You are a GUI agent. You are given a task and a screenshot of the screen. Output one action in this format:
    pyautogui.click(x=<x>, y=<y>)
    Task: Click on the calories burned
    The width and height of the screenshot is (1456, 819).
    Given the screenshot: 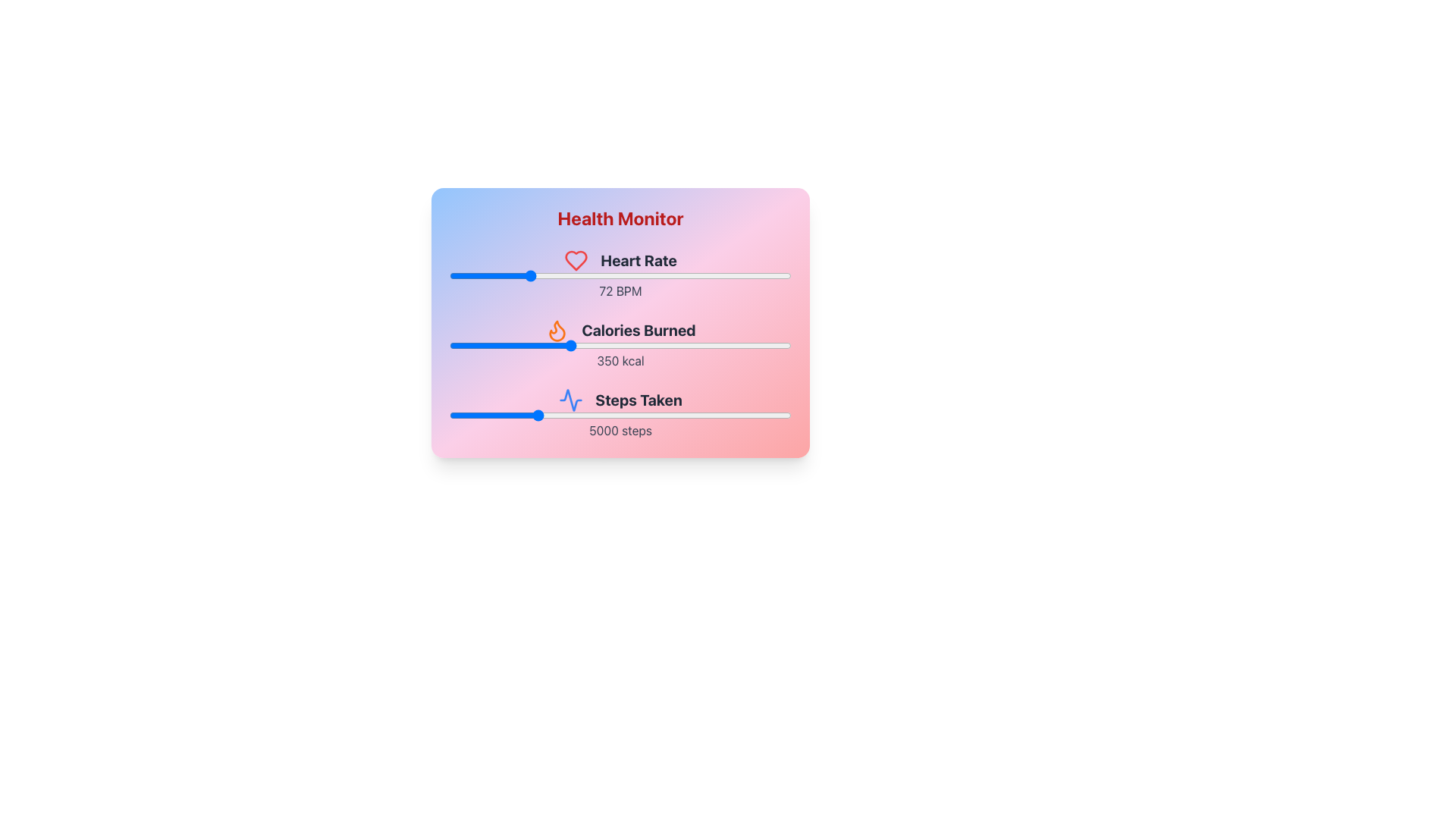 What is the action you would take?
    pyautogui.click(x=749, y=345)
    